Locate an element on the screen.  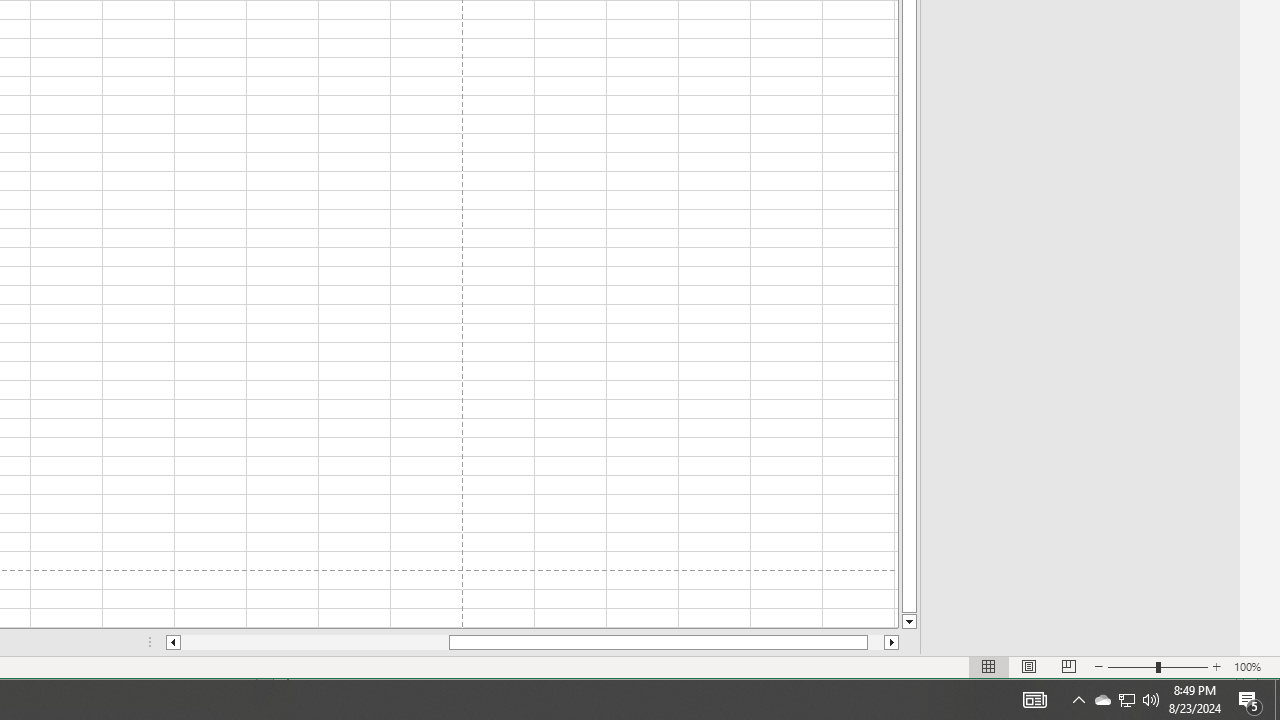
'Page left' is located at coordinates (313, 642).